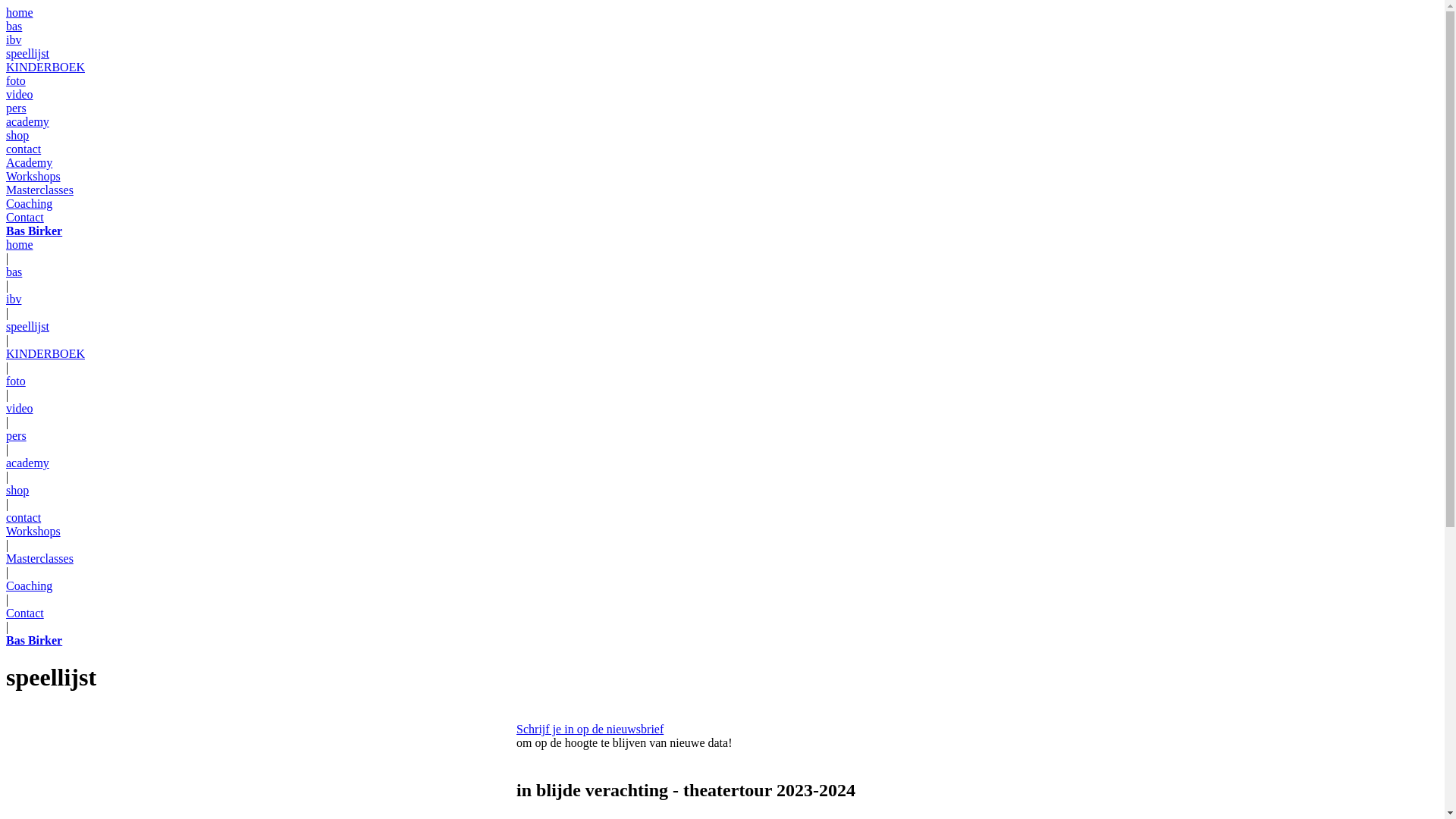 The width and height of the screenshot is (1456, 819). I want to click on 'contact', so click(23, 516).